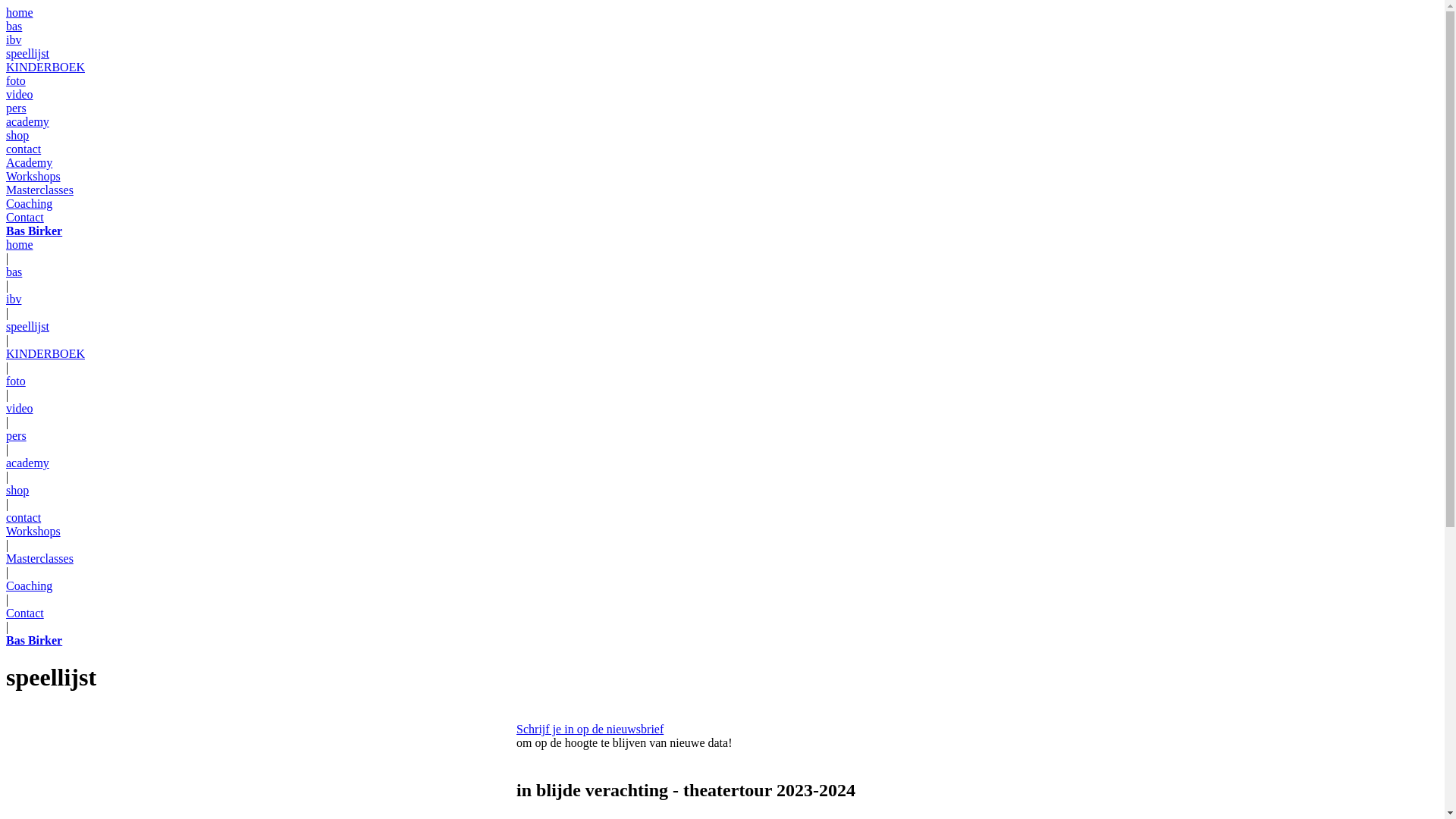 The width and height of the screenshot is (1456, 819). I want to click on 'contact', so click(23, 516).